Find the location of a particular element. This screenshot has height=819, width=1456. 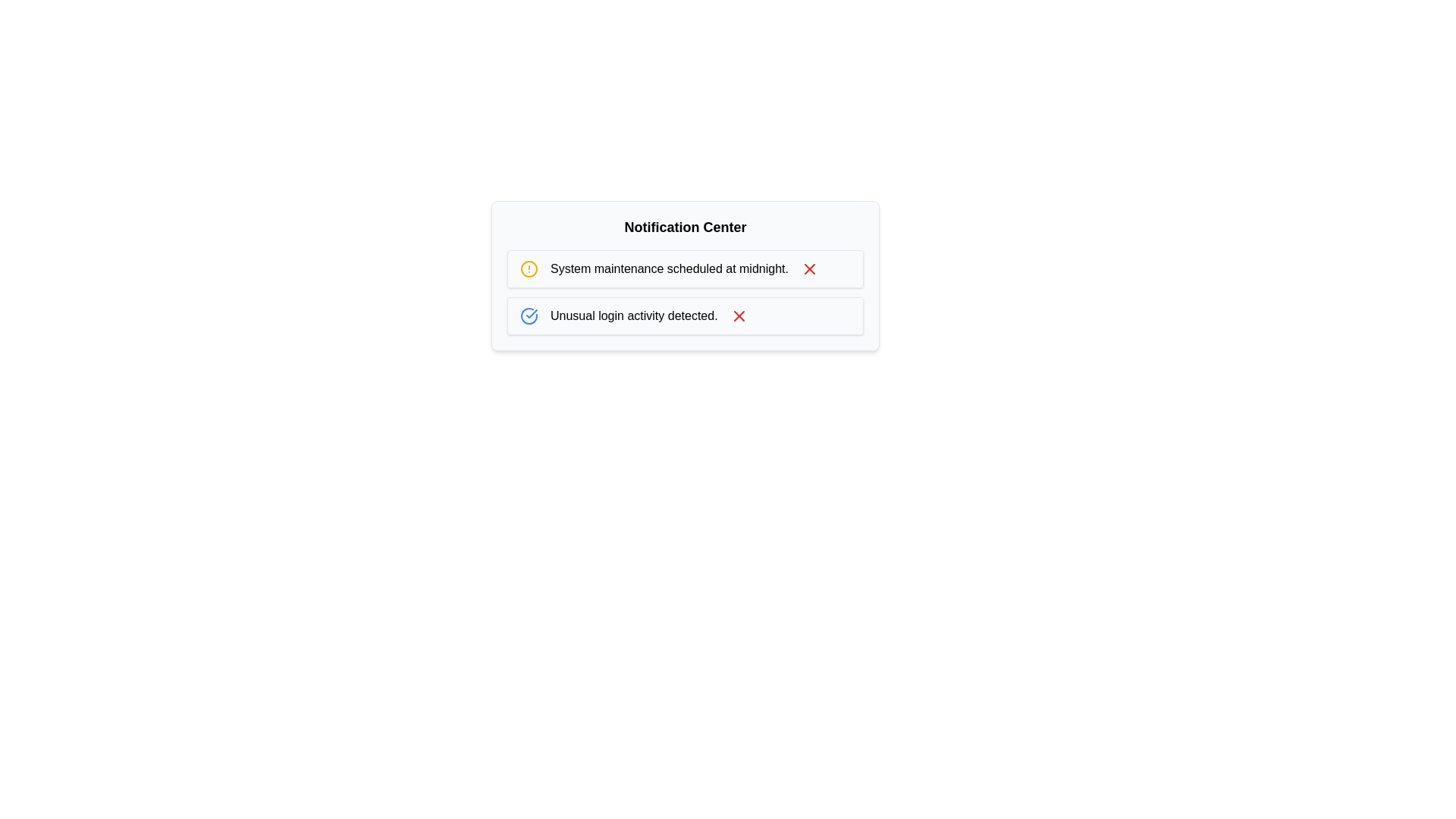

the status of the alert icon located to the far left of the notification card containing the text 'System maintenance scheduled at midnight.' is located at coordinates (529, 268).